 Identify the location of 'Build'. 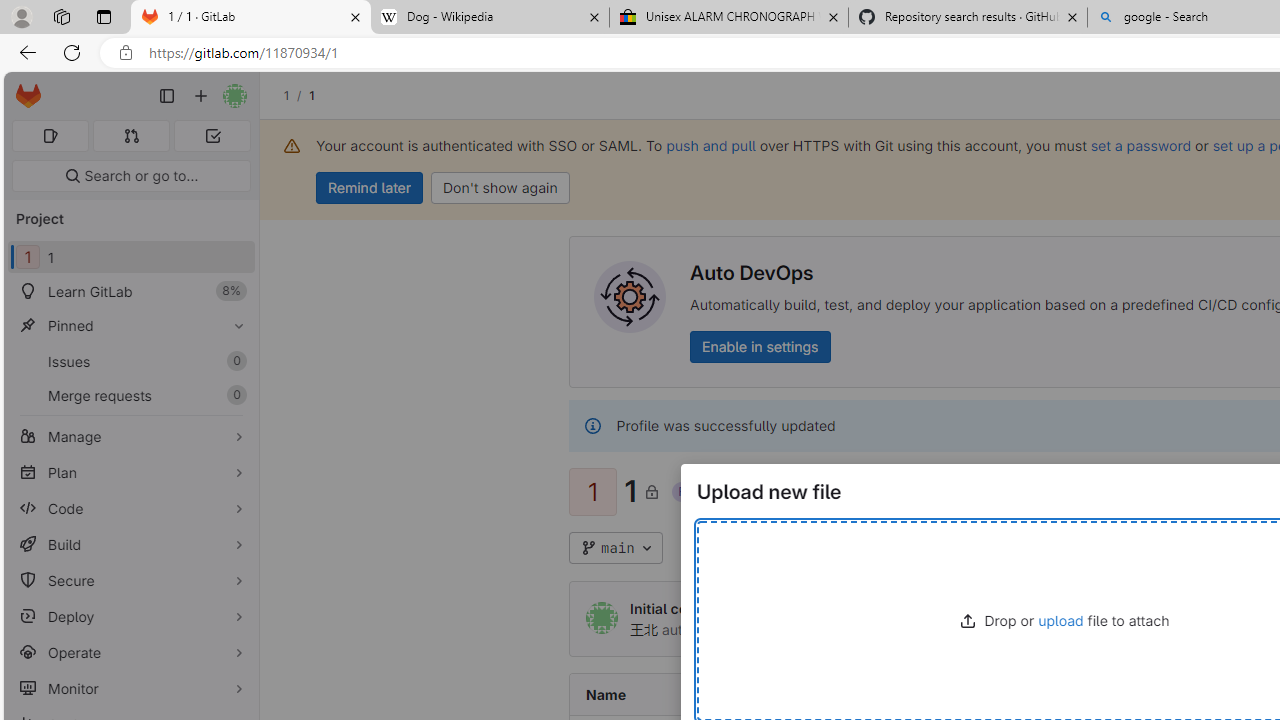
(130, 544).